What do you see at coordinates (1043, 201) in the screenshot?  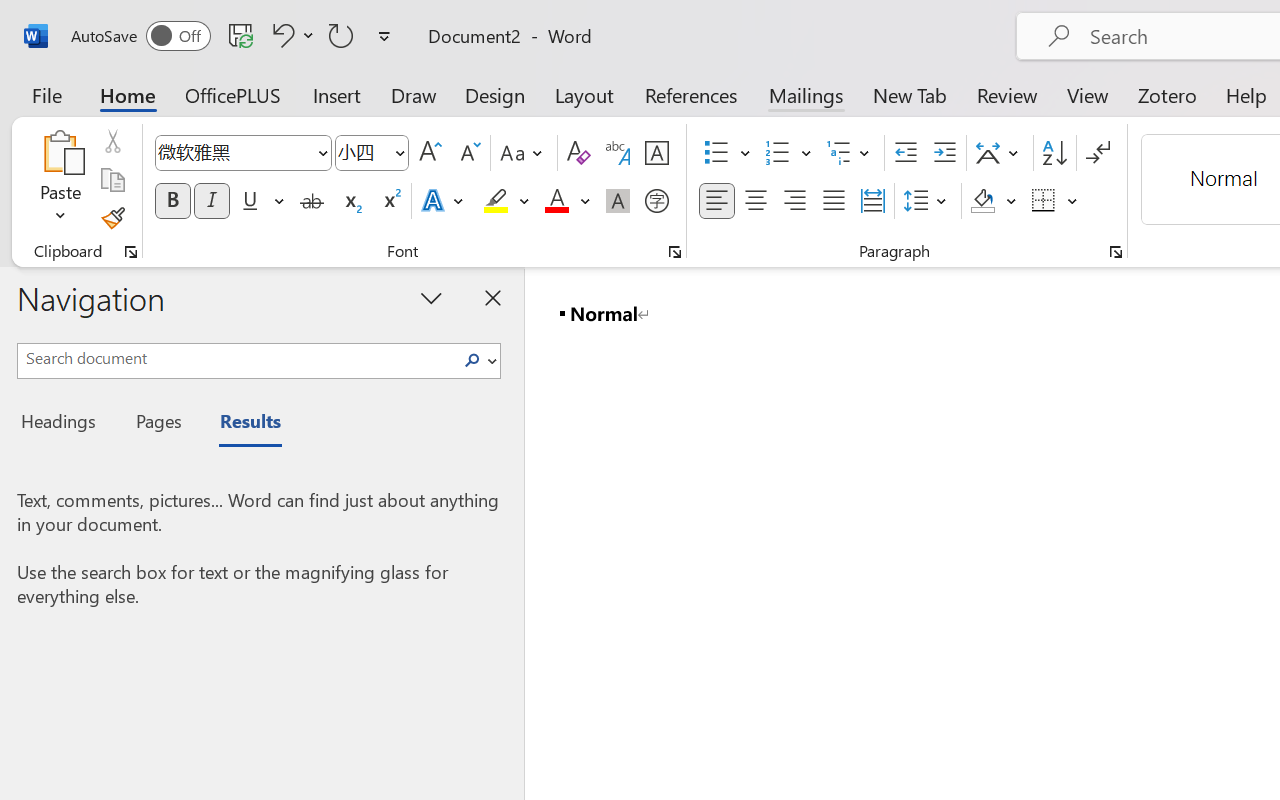 I see `'Borders'` at bounding box center [1043, 201].